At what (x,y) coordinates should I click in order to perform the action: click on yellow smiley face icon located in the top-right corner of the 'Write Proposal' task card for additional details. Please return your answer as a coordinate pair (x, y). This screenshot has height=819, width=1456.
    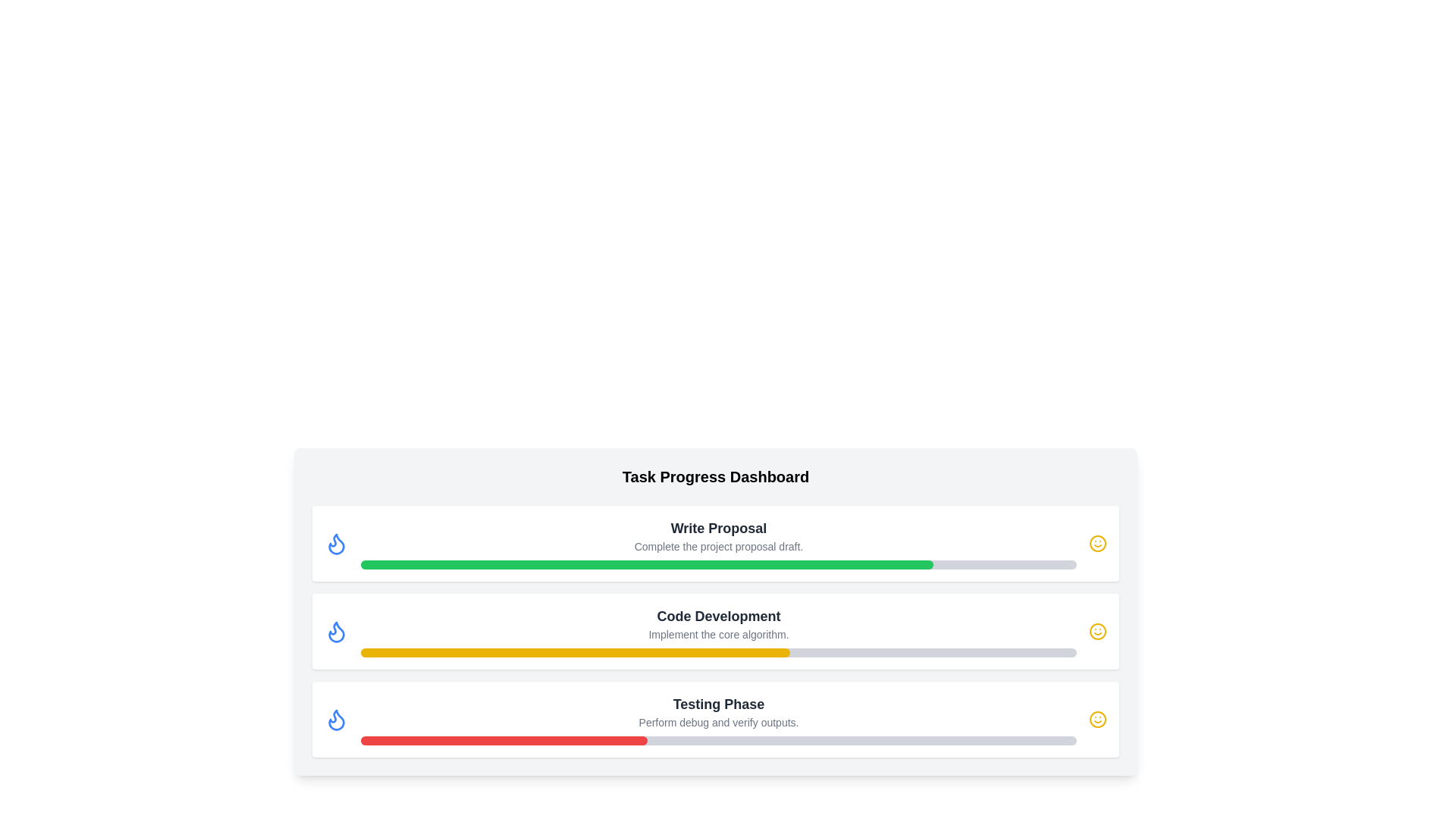
    Looking at the image, I should click on (1098, 543).